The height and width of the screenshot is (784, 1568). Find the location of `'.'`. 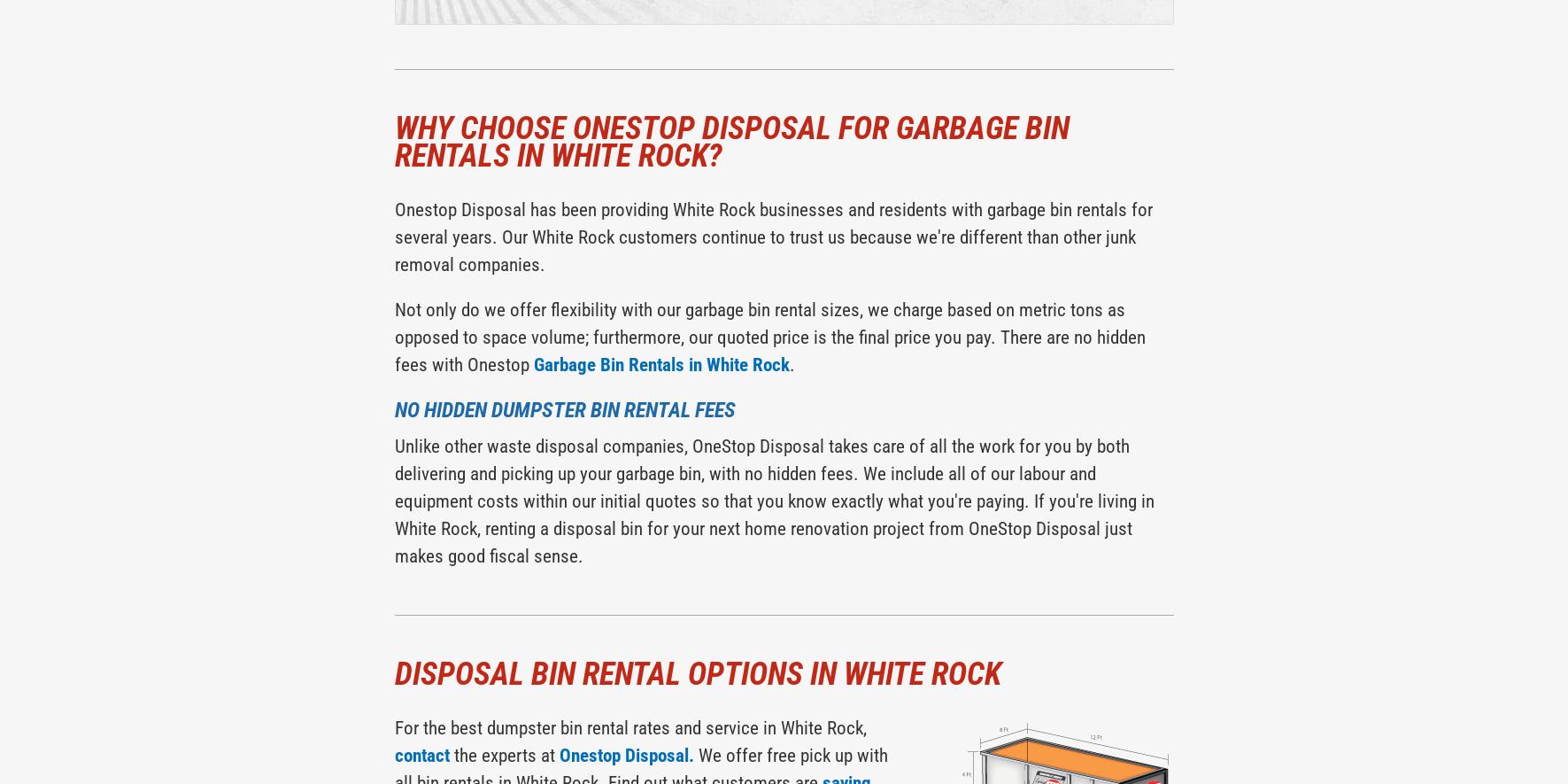

'.' is located at coordinates (788, 364).